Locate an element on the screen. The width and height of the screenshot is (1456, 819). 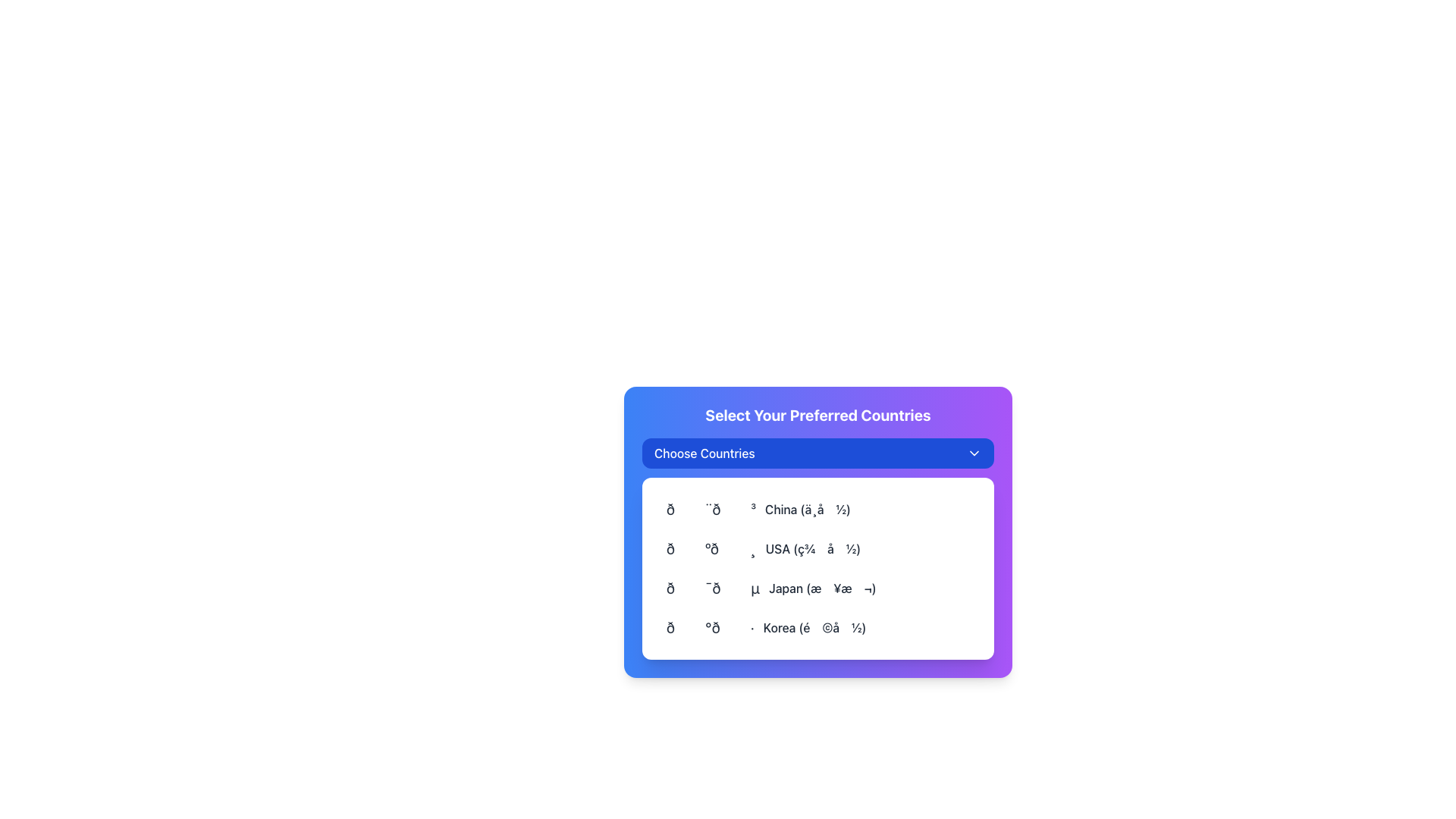
to select the list item option displaying 'Japan (日本)' with the emoji, which is the third option in the country selection dropdown menu is located at coordinates (817, 587).